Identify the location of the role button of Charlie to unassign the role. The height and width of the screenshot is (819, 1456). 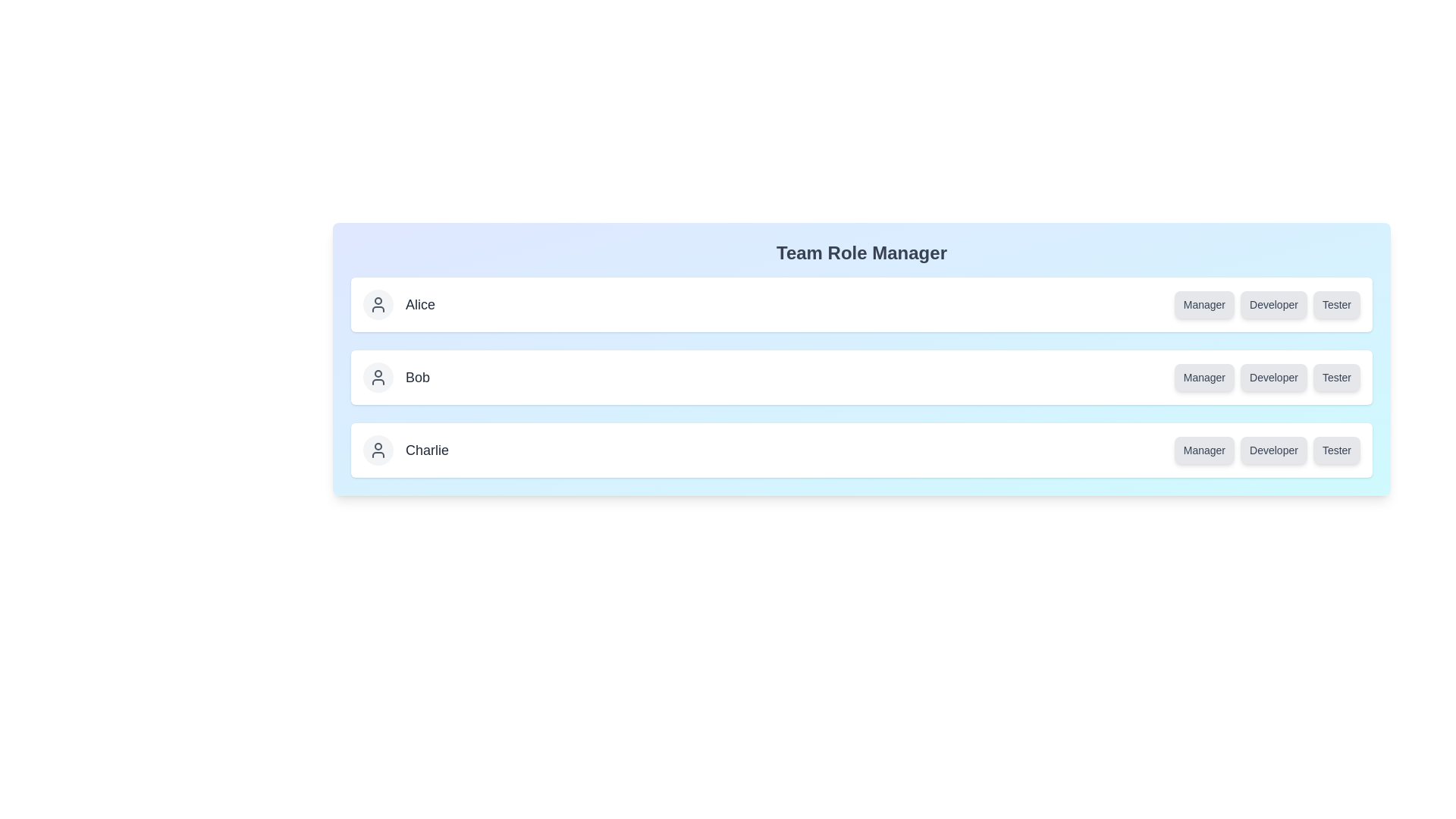
(1203, 450).